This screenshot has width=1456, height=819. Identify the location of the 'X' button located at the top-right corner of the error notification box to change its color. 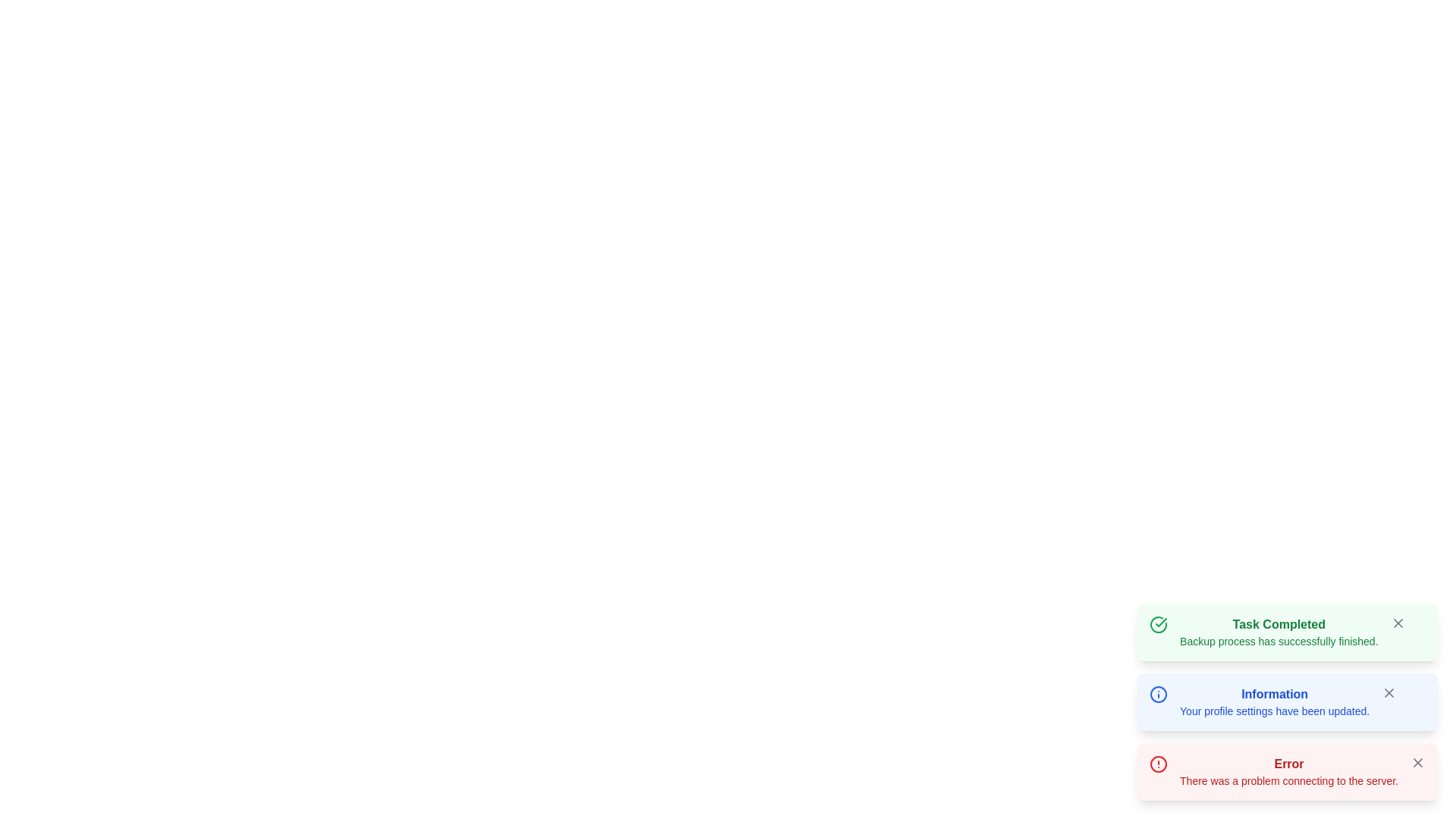
(1417, 763).